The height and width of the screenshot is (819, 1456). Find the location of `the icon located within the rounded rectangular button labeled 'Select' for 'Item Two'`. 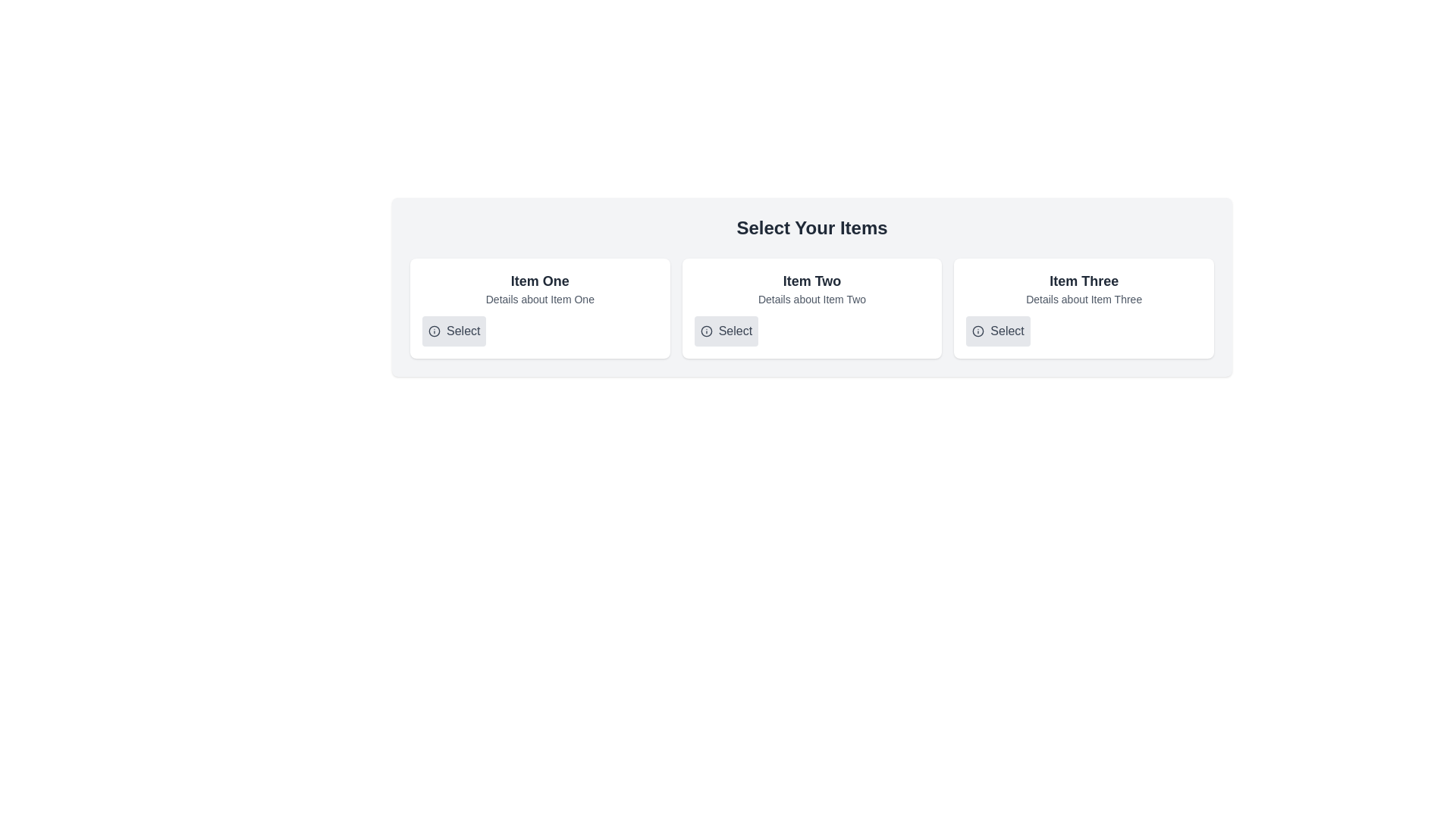

the icon located within the rounded rectangular button labeled 'Select' for 'Item Two' is located at coordinates (705, 330).